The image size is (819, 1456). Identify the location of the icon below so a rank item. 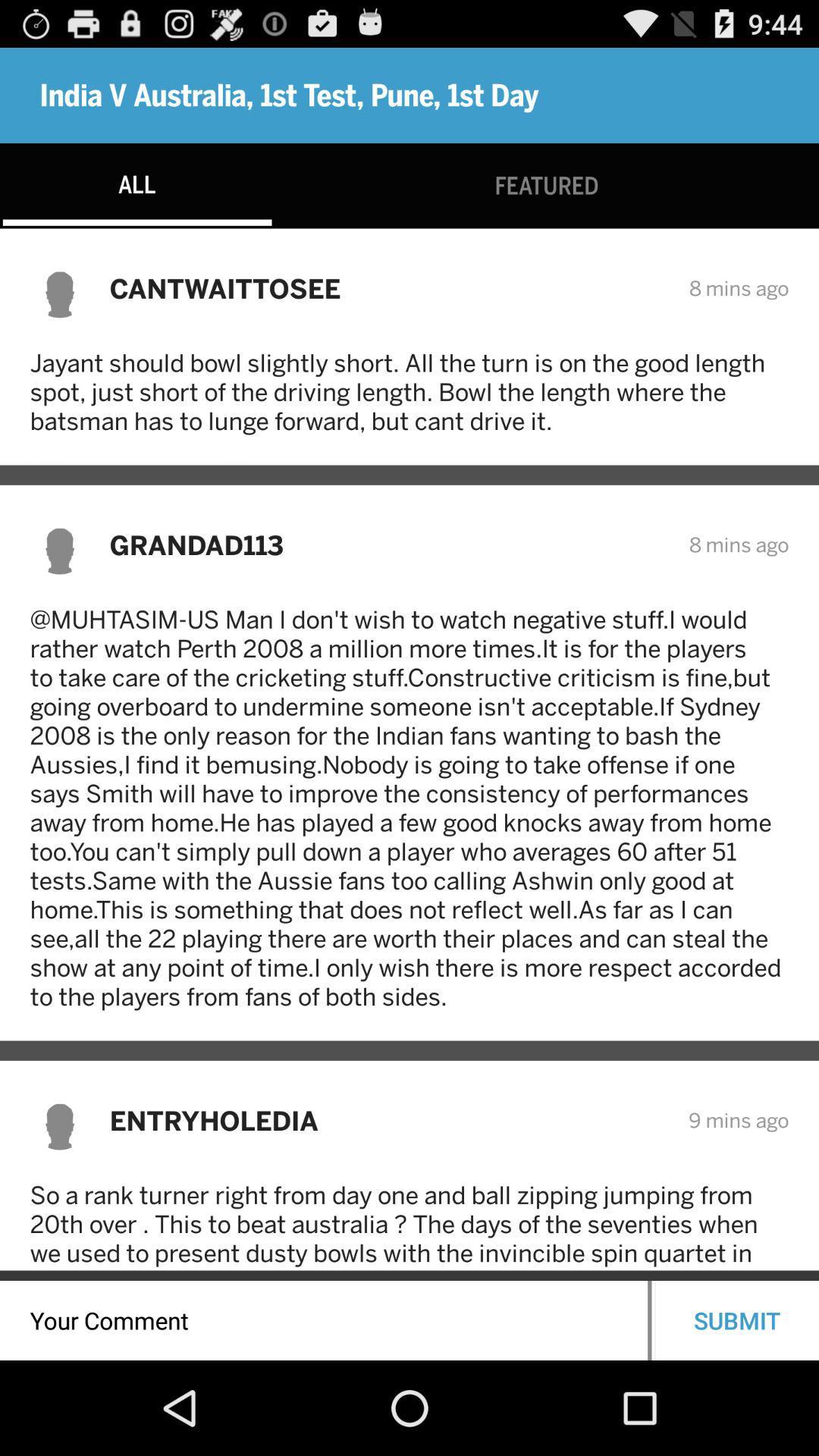
(323, 1319).